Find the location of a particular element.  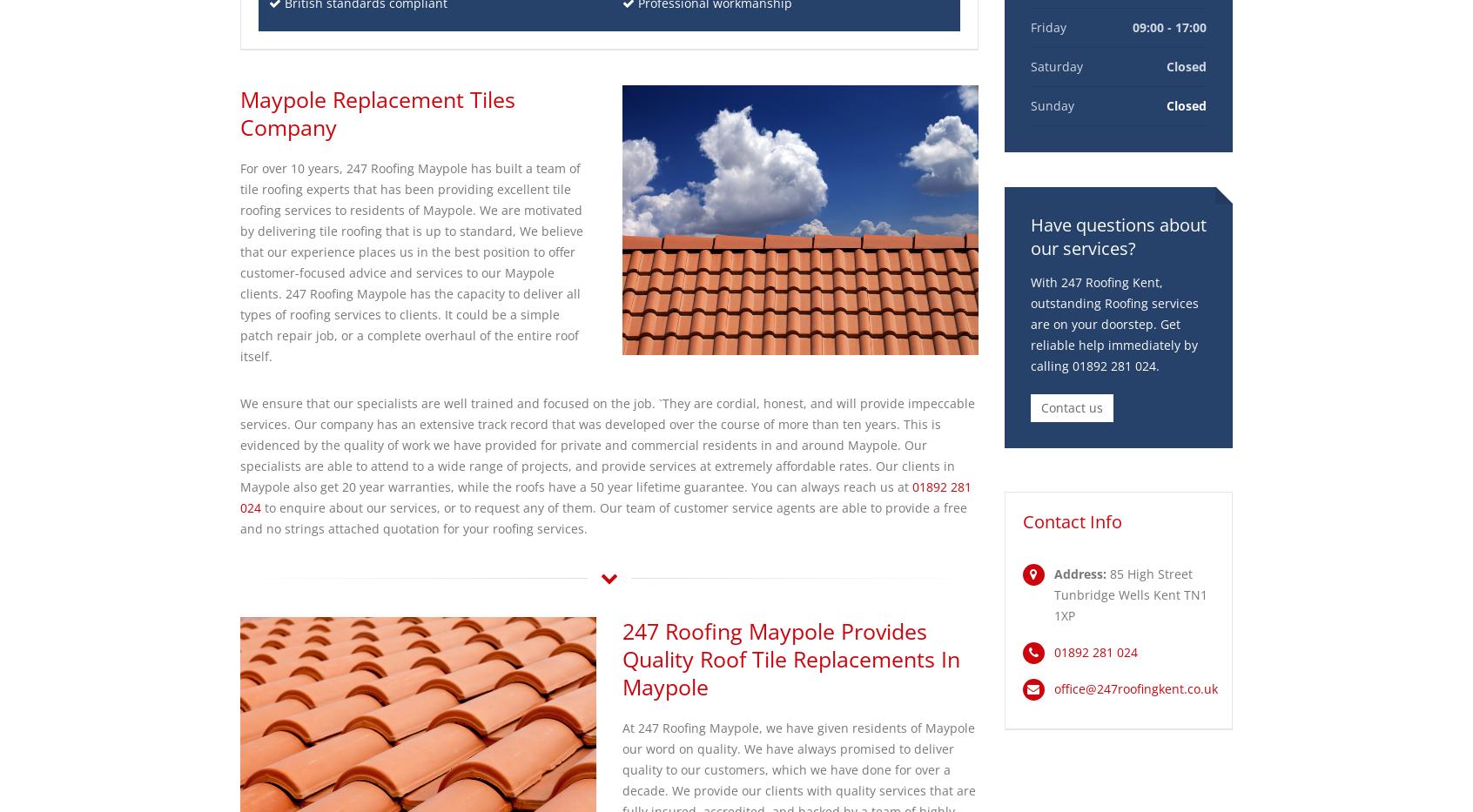

'Contact Info' is located at coordinates (1021, 521).